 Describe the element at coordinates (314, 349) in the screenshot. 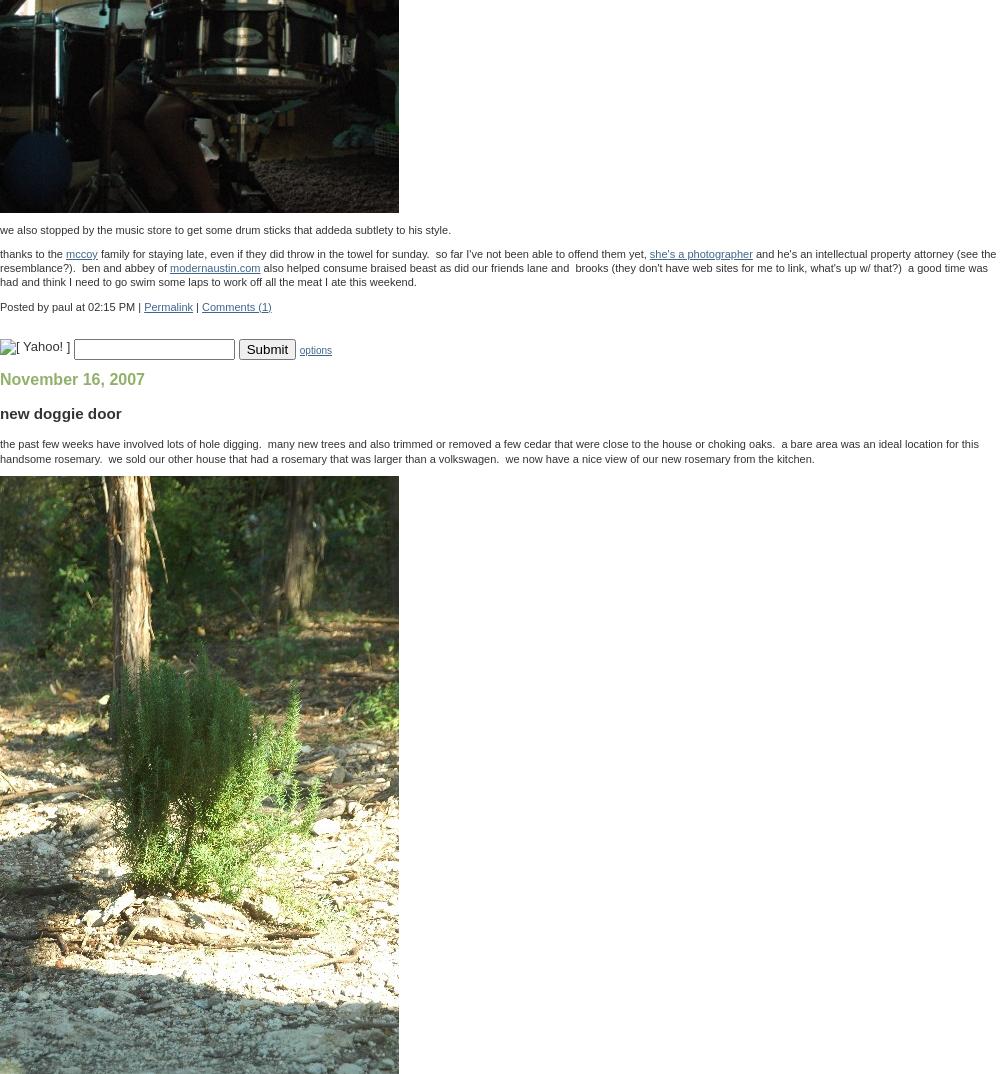

I see `'options'` at that location.